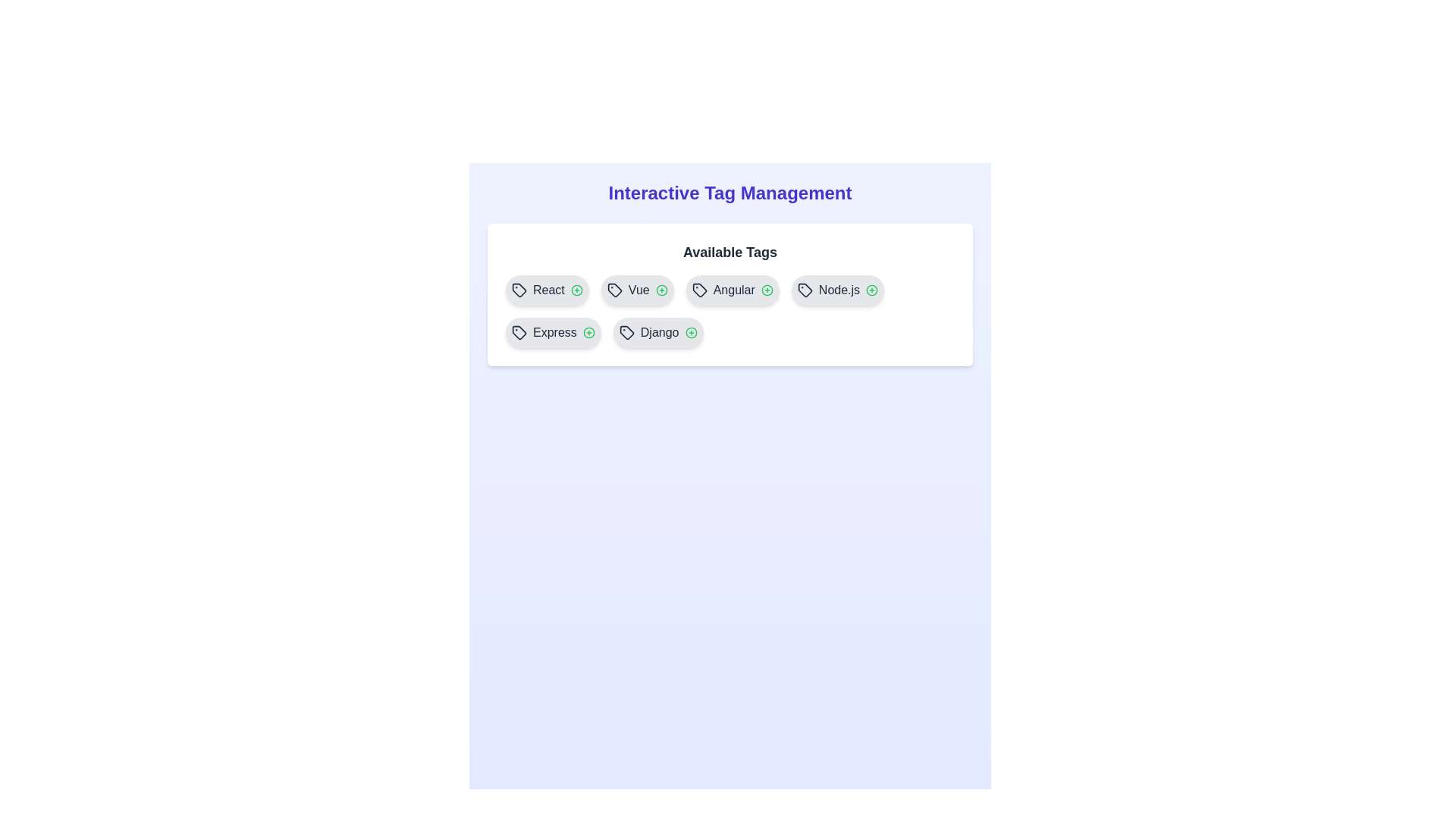 The width and height of the screenshot is (1456, 819). I want to click on the rounded rectangular button labeled 'Django' with a tag icon and a plus symbol, located, so click(658, 332).